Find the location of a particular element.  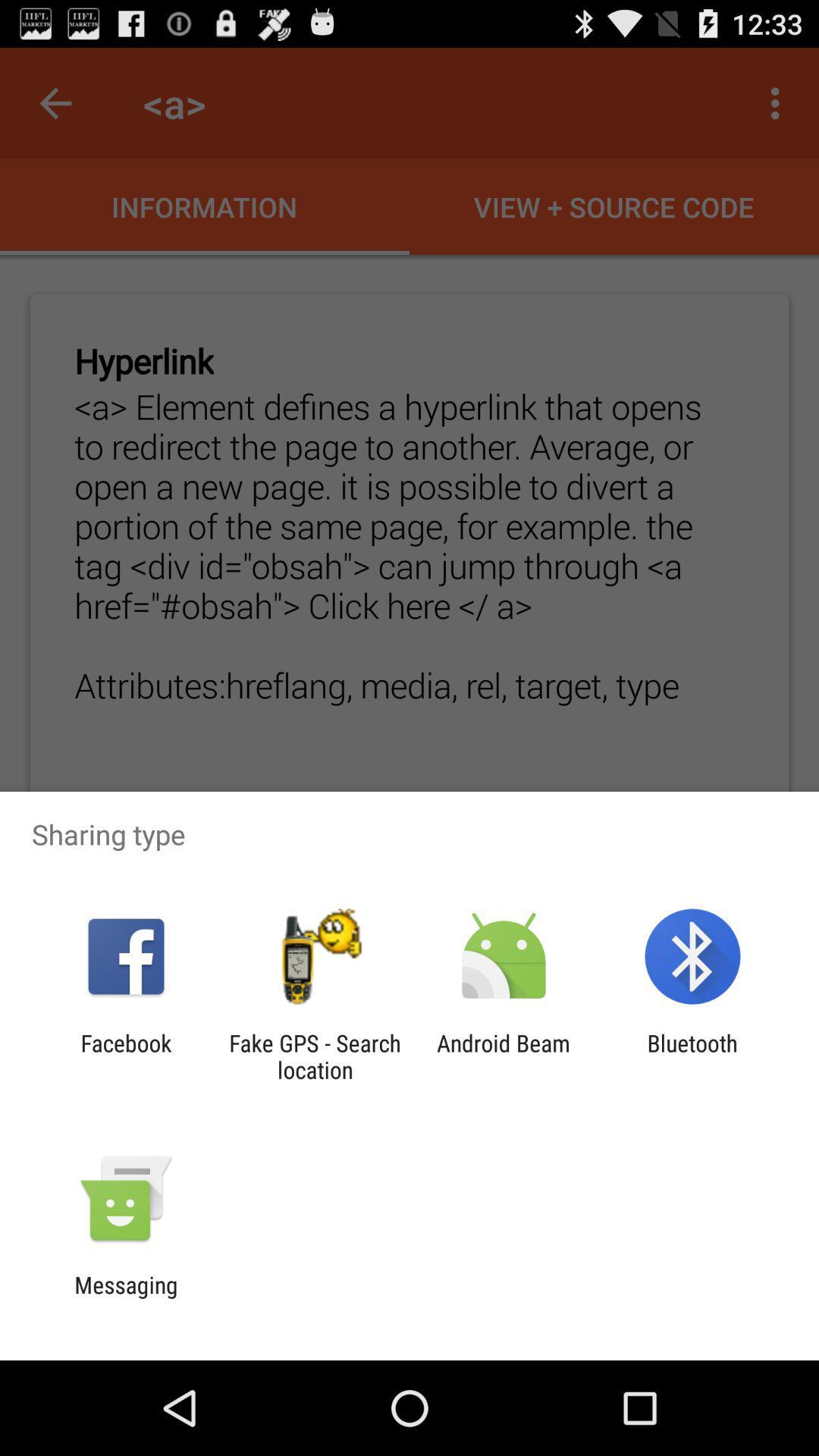

the bluetooth app is located at coordinates (692, 1056).